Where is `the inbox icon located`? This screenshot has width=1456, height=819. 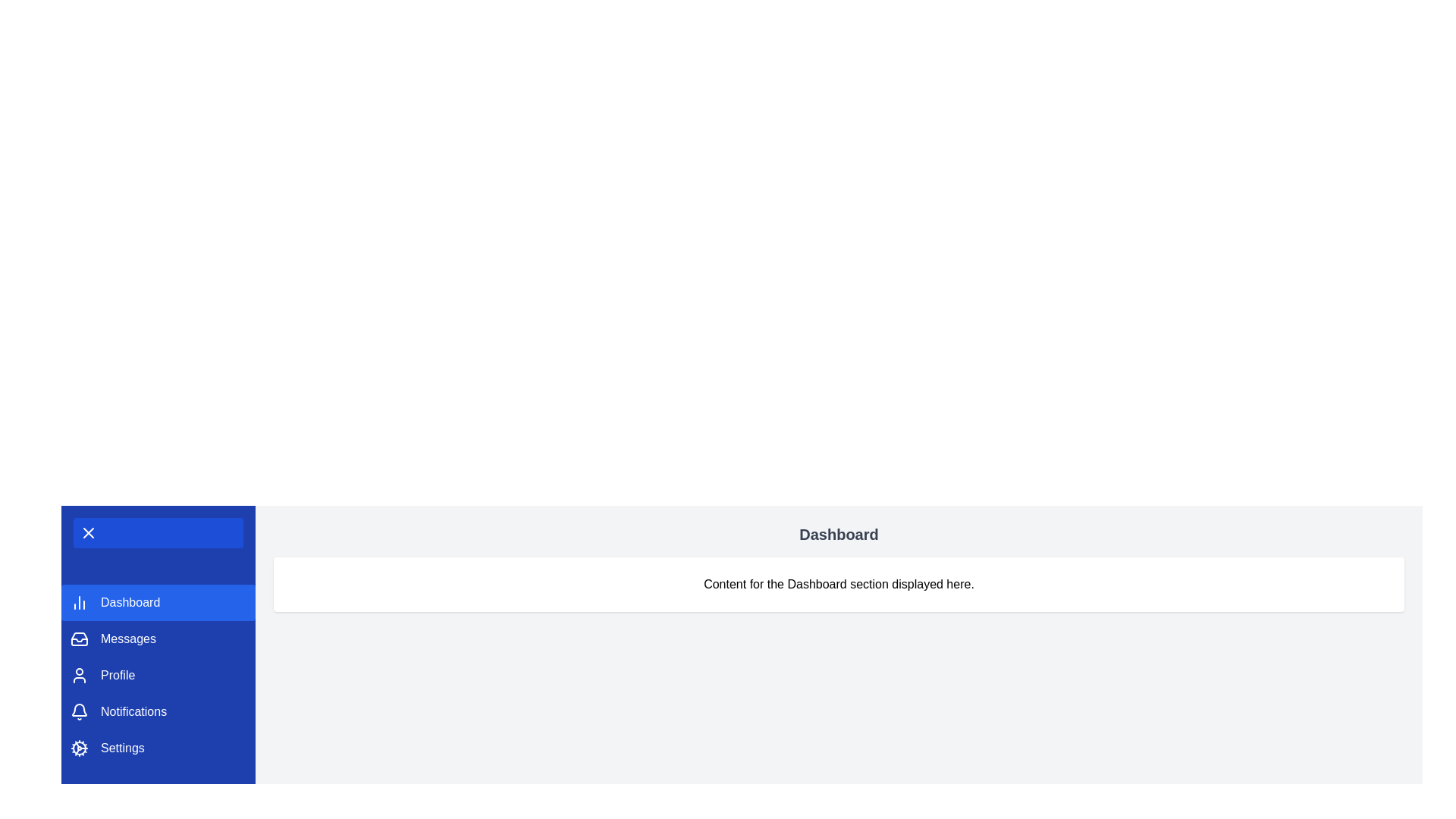 the inbox icon located is located at coordinates (79, 639).